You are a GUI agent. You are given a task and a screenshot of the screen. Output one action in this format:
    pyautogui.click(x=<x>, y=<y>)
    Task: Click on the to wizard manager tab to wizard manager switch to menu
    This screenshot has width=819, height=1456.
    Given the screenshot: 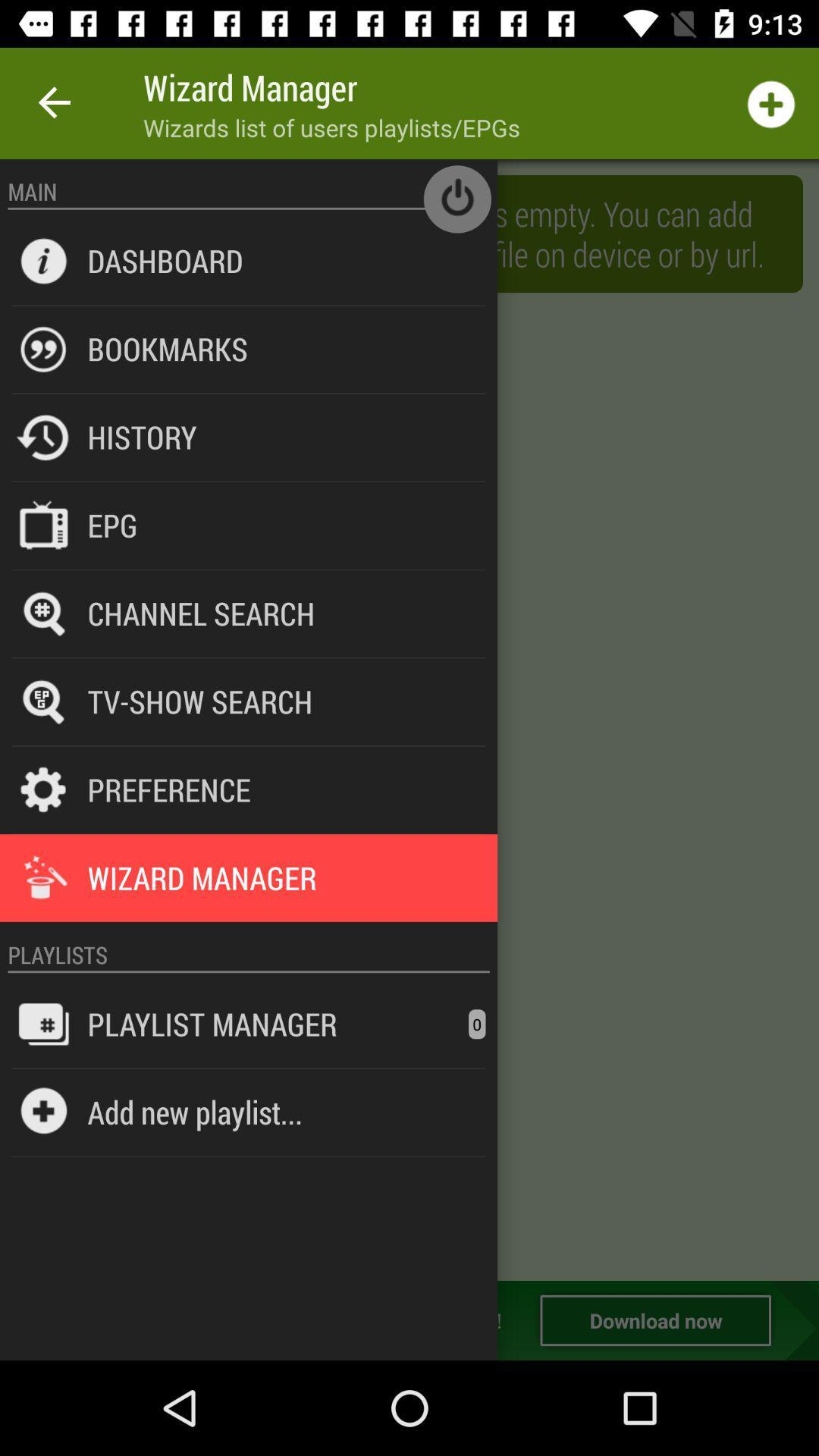 What is the action you would take?
    pyautogui.click(x=409, y=719)
    